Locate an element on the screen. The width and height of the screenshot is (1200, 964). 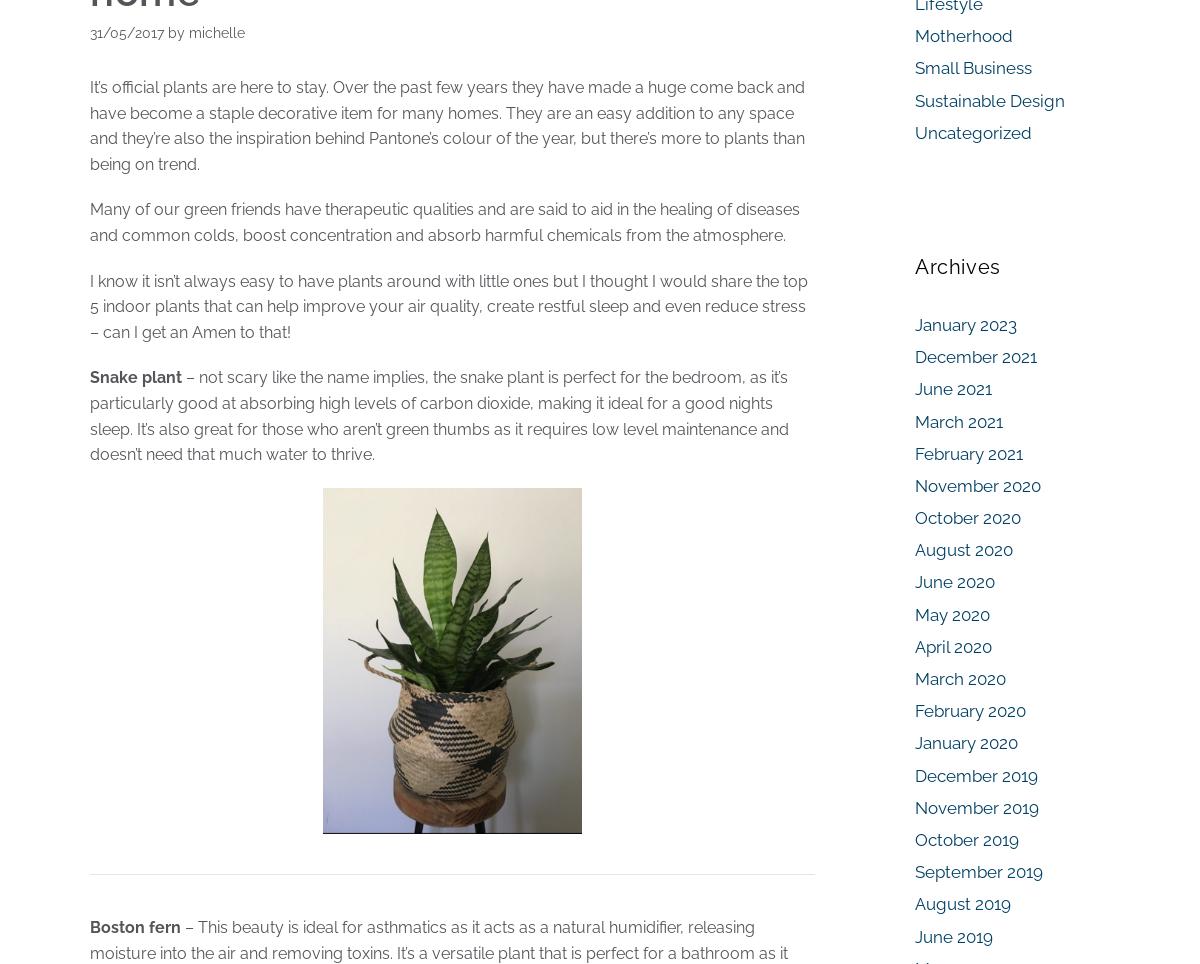
'June 2021' is located at coordinates (953, 388).